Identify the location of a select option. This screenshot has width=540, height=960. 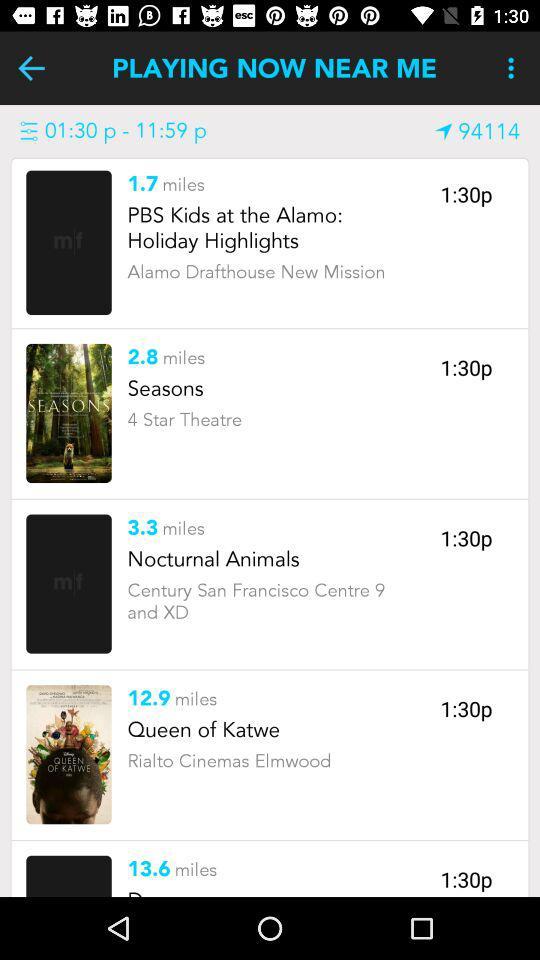
(68, 412).